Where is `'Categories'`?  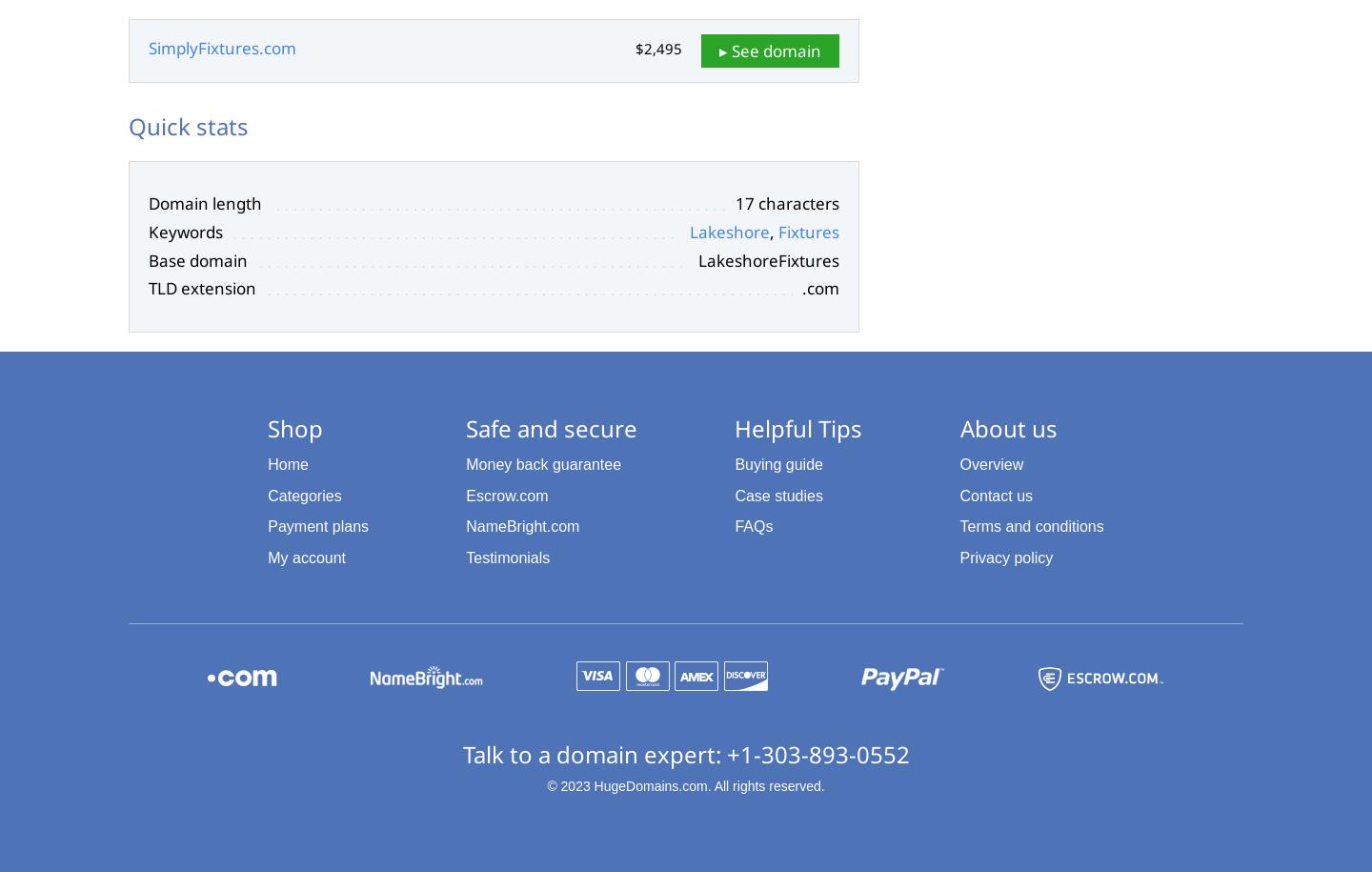
'Categories' is located at coordinates (304, 495).